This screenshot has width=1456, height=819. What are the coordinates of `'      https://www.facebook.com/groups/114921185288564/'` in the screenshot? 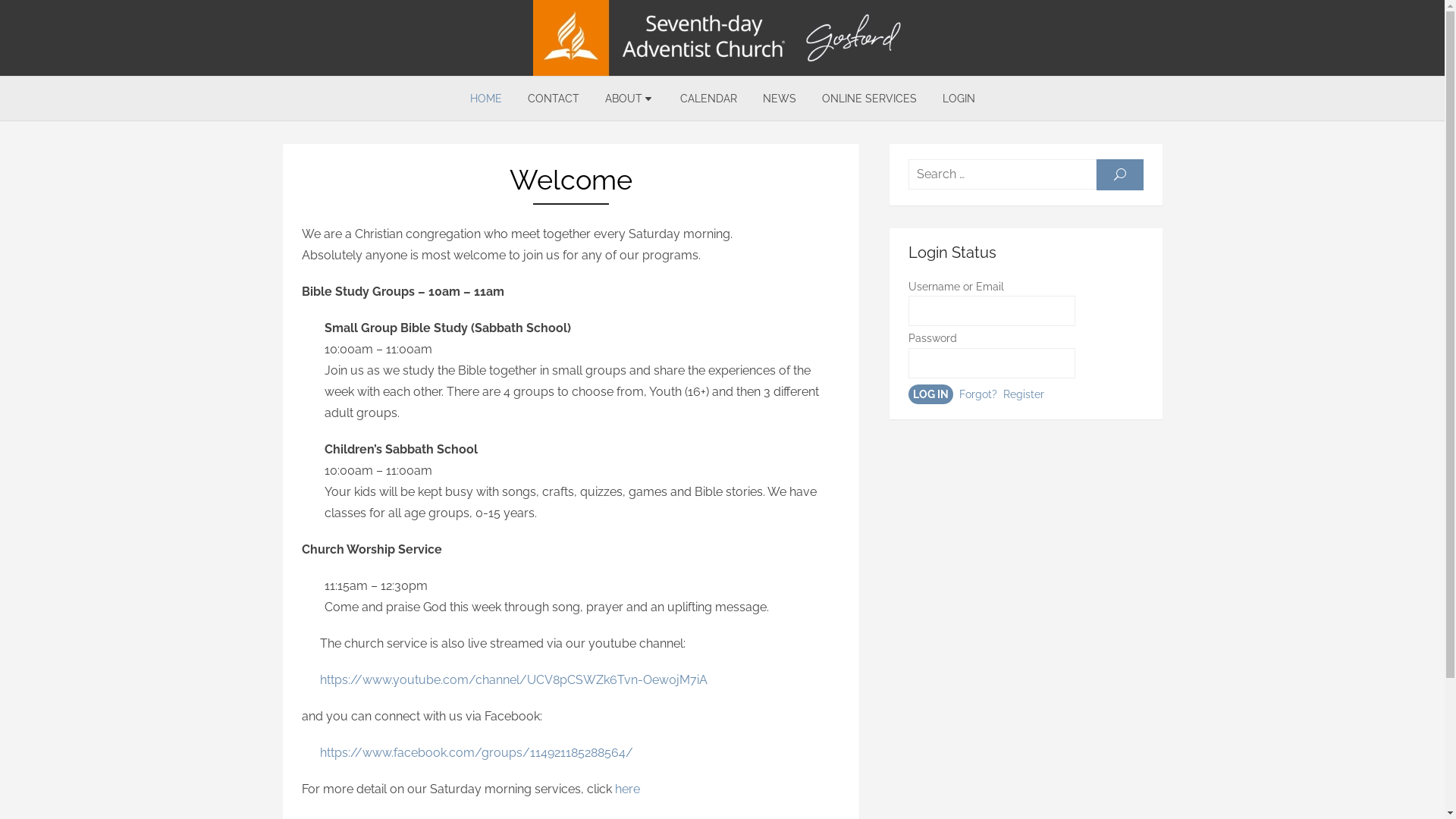 It's located at (466, 752).